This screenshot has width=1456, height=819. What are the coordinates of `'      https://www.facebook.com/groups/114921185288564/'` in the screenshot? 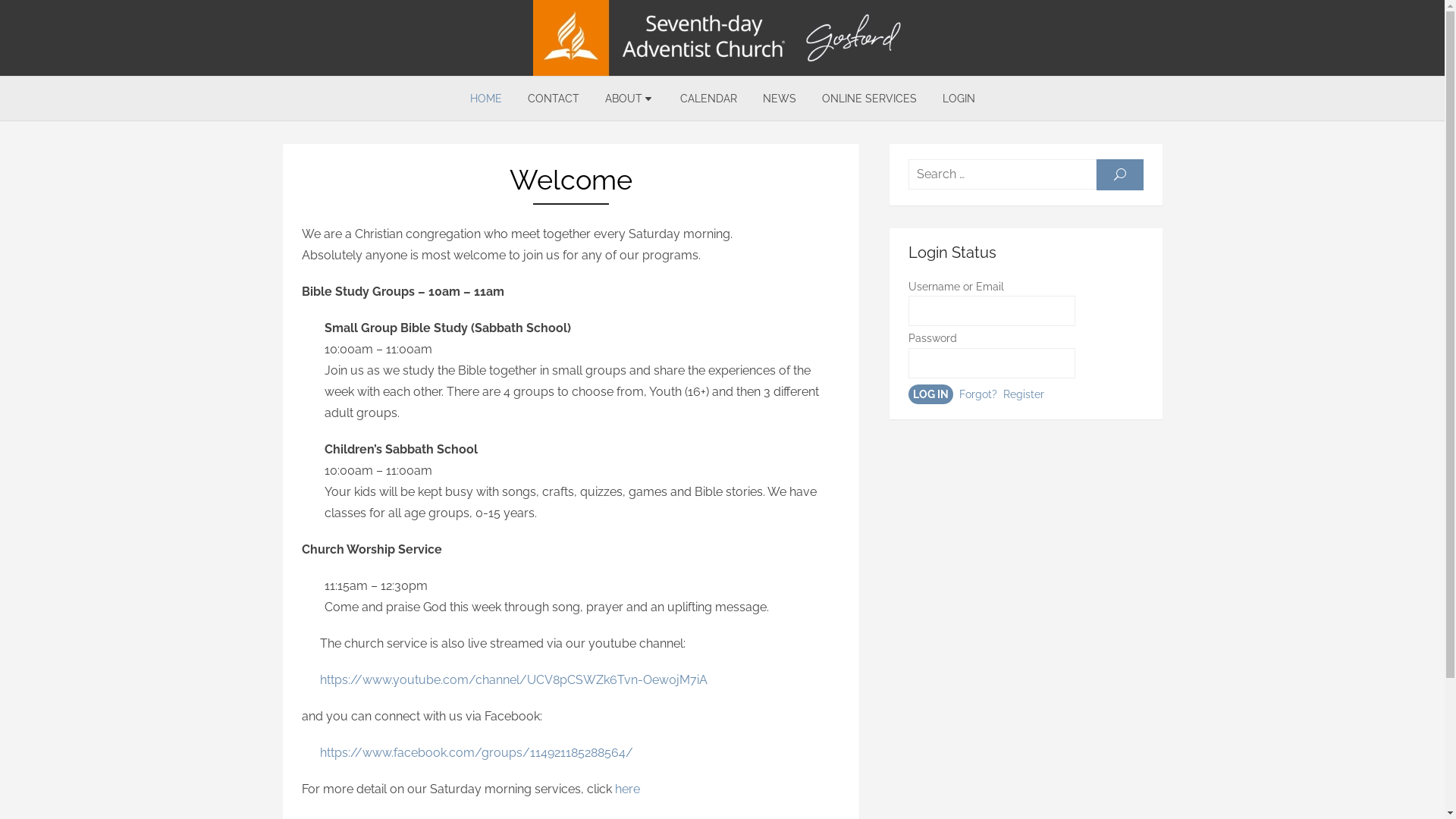 It's located at (466, 752).